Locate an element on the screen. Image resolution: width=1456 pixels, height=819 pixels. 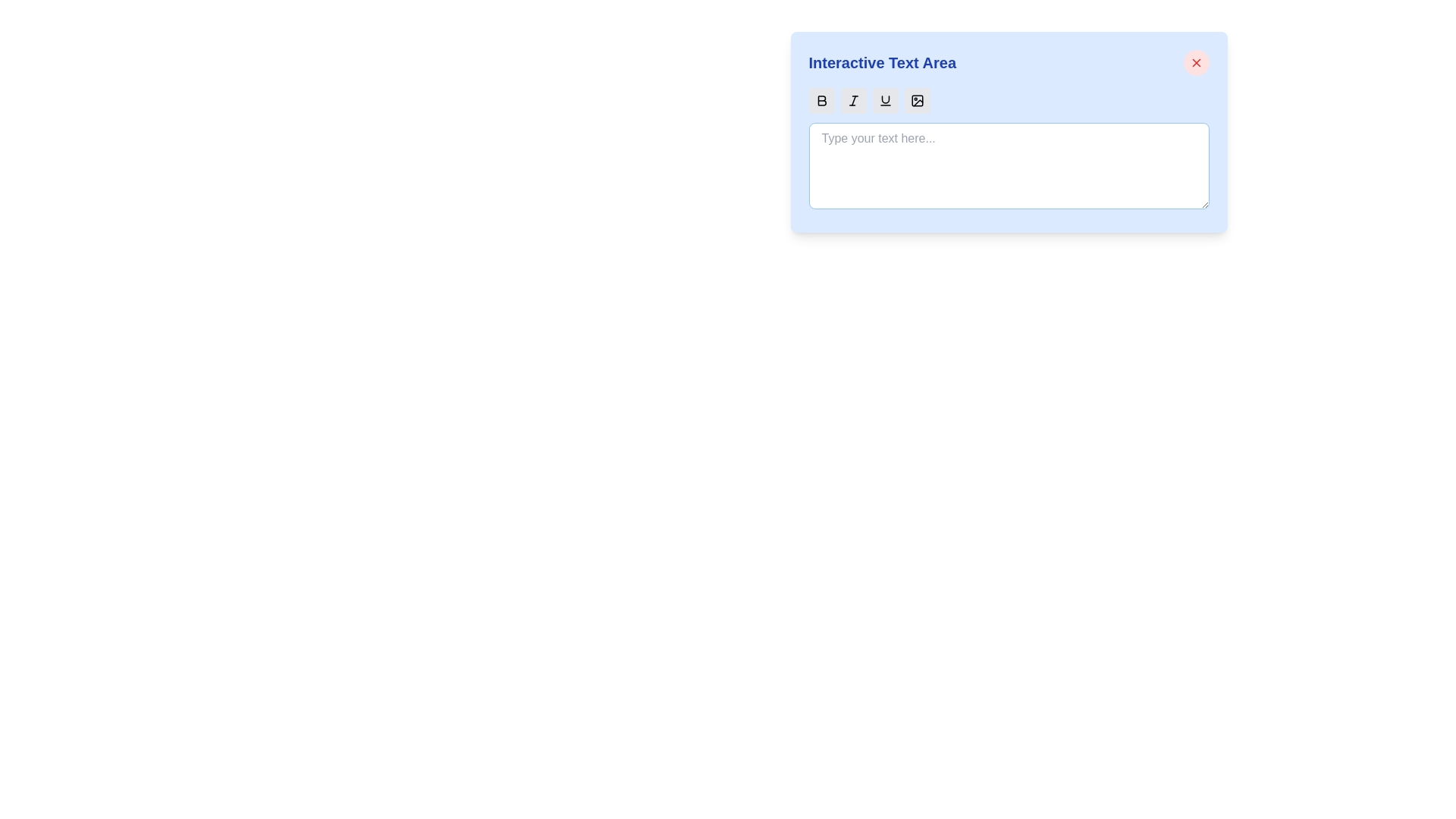
the italic formatting button, which is the second button among a group of formatting buttons above the text input area is located at coordinates (853, 100).